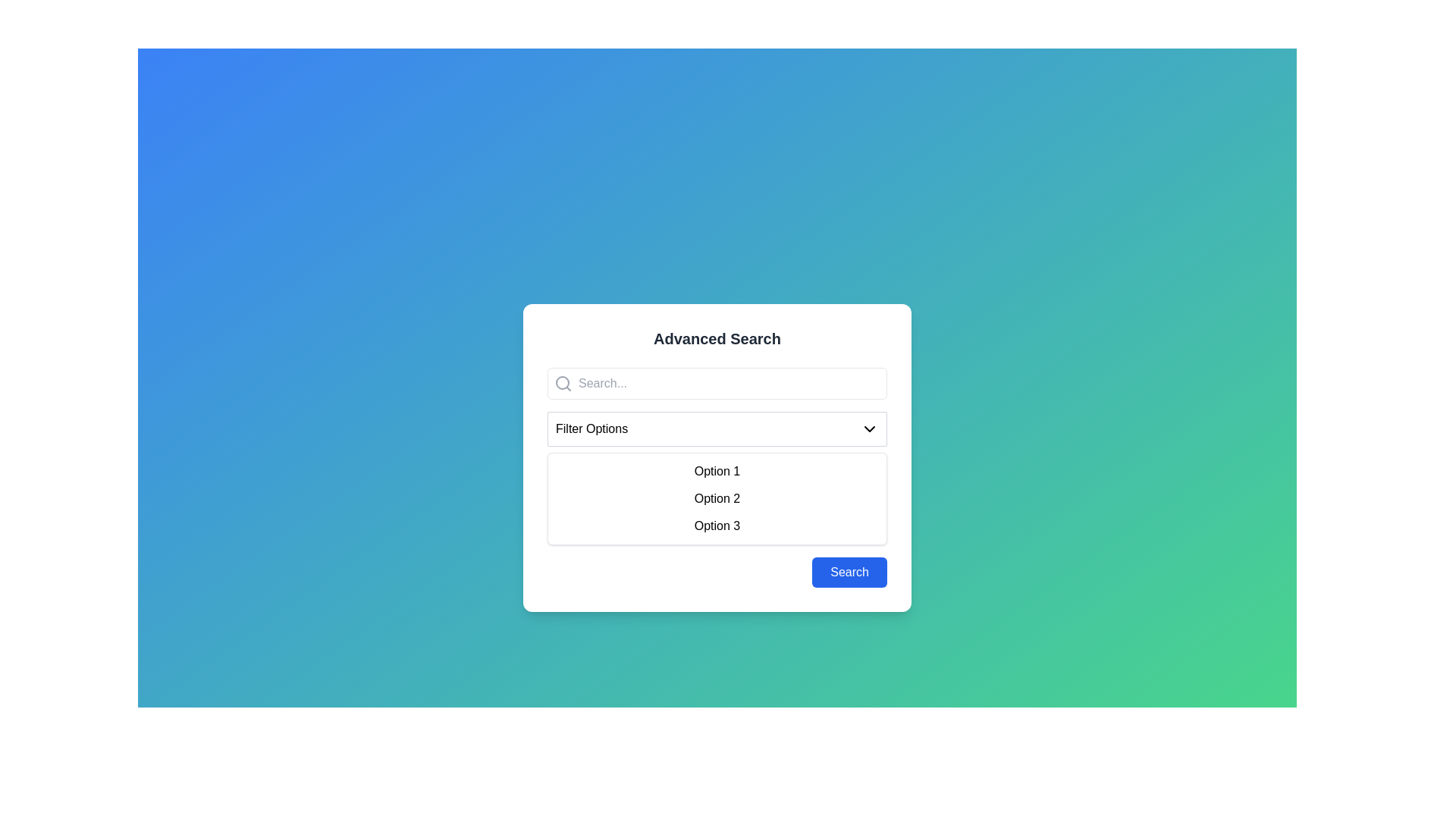 Image resolution: width=1456 pixels, height=819 pixels. What do you see at coordinates (716, 338) in the screenshot?
I see `prominently styled text label that says 'Advanced Search', which is bold and large-sized, located at the top of the section above the search bar and filter options` at bounding box center [716, 338].